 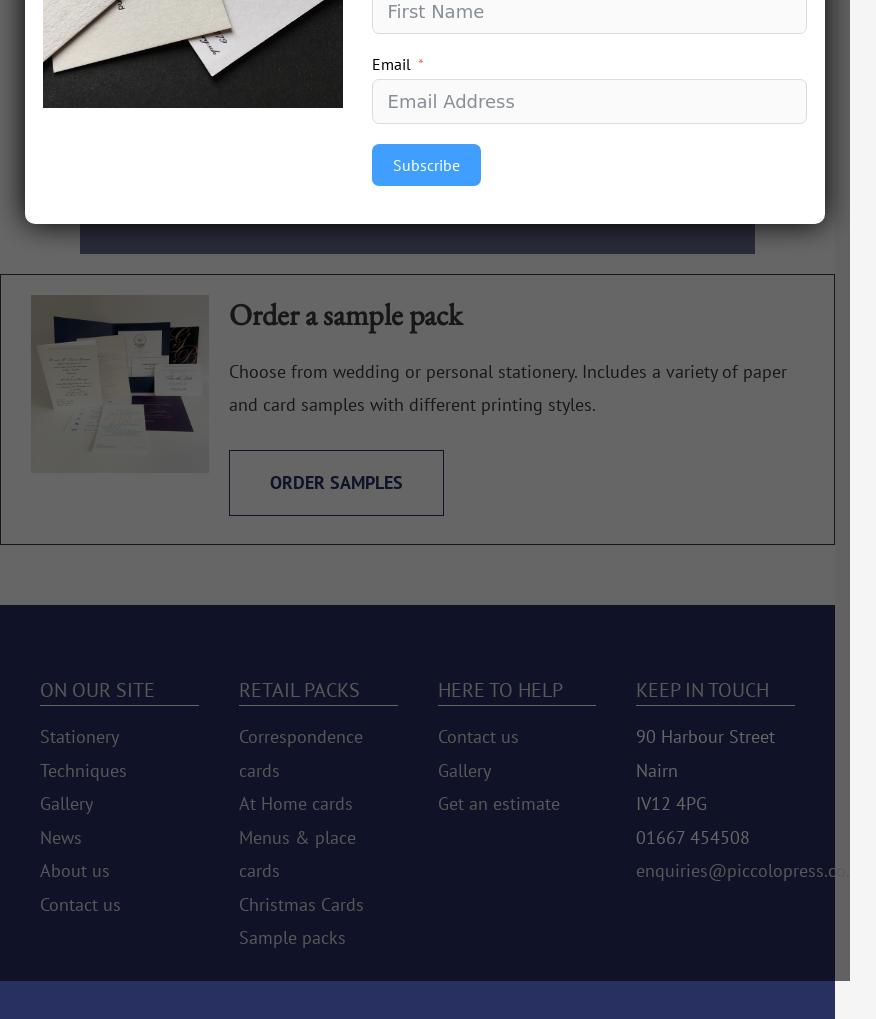 What do you see at coordinates (291, 936) in the screenshot?
I see `'Sample packs'` at bounding box center [291, 936].